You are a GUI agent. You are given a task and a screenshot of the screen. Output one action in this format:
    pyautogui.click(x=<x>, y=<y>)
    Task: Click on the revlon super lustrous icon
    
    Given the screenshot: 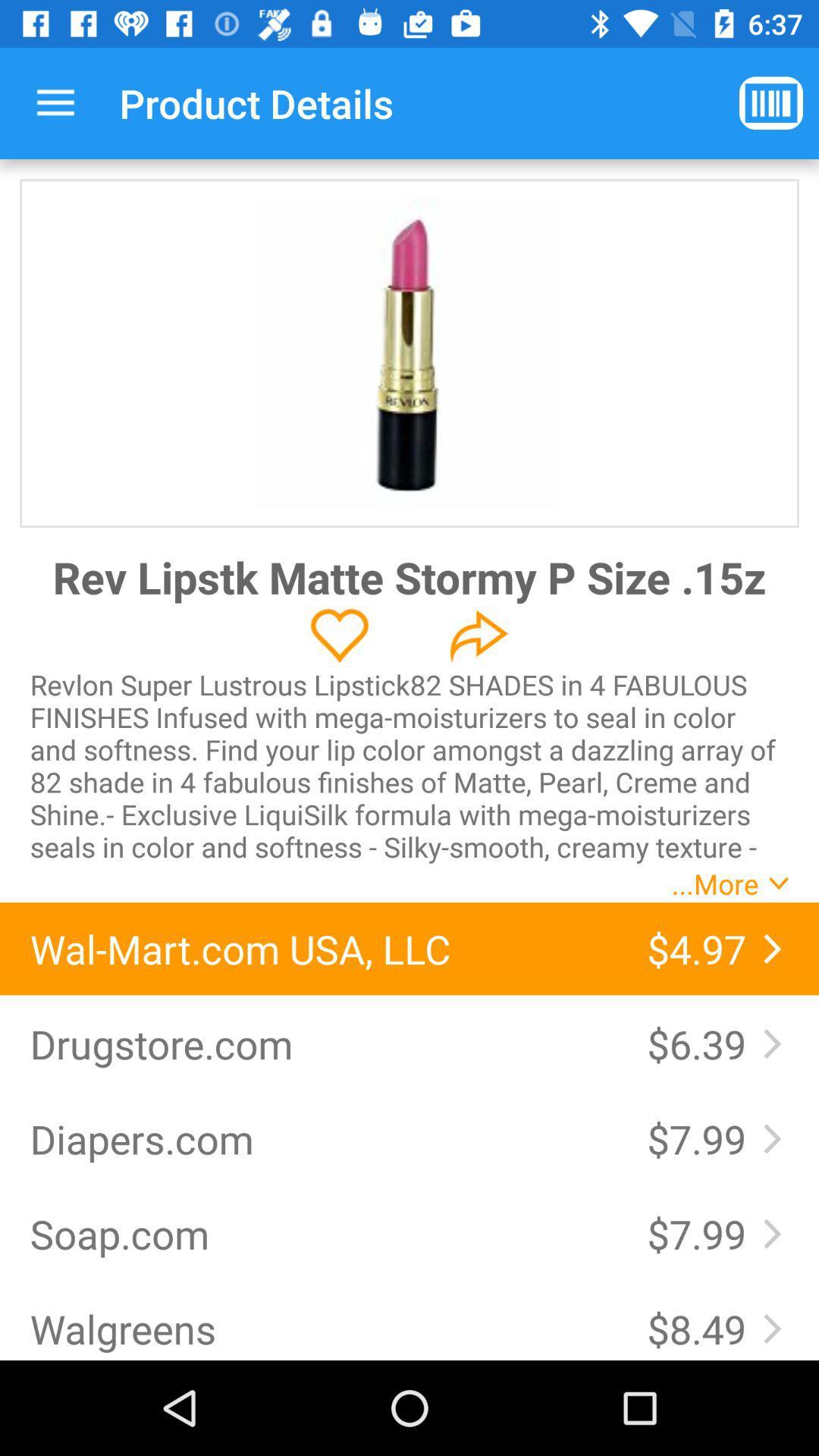 What is the action you would take?
    pyautogui.click(x=409, y=765)
    